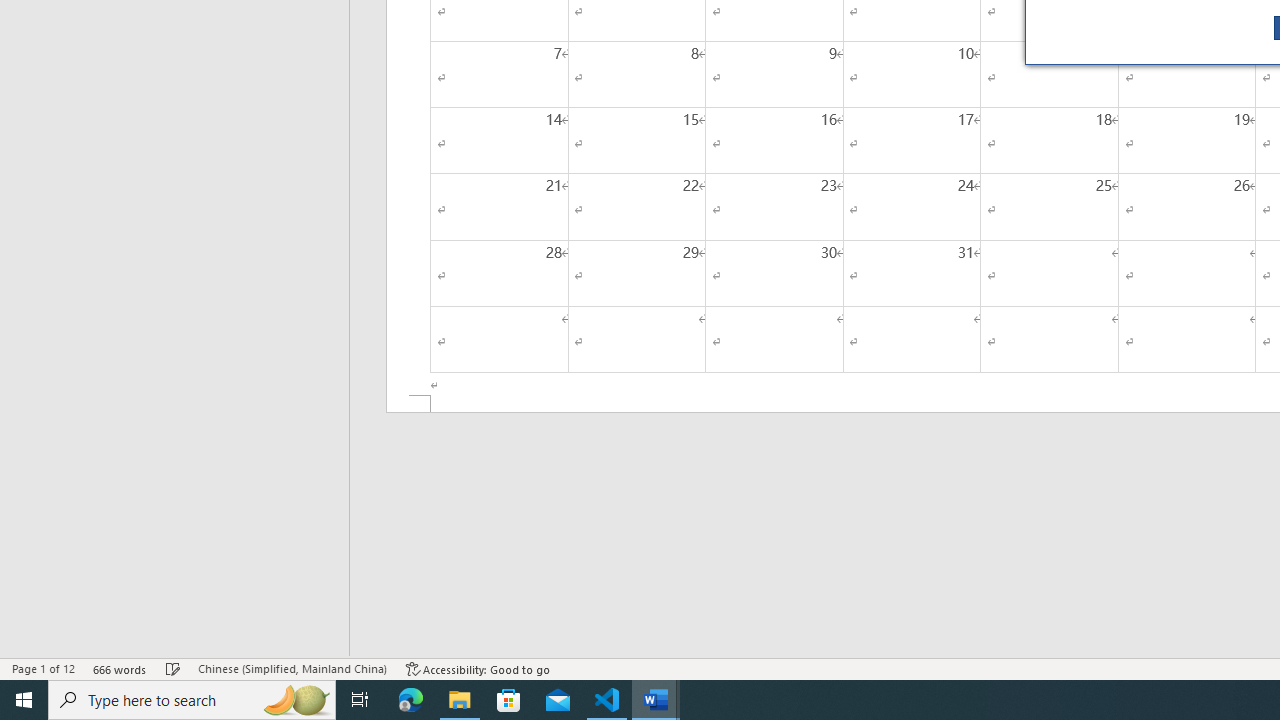  I want to click on 'Page Number Page 1 of 12', so click(43, 669).